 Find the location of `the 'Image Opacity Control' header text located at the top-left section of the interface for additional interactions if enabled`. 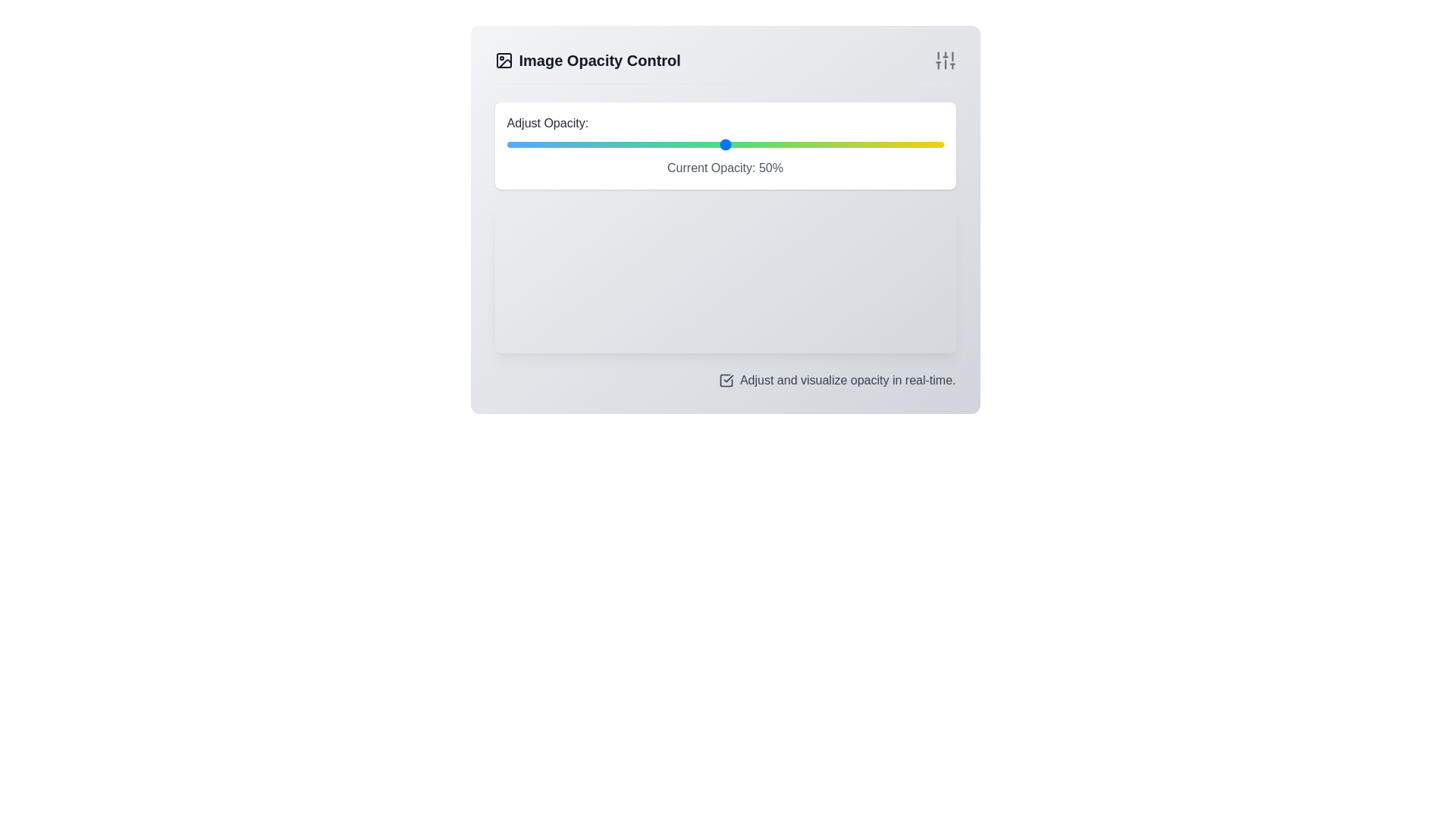

the 'Image Opacity Control' header text located at the top-left section of the interface for additional interactions if enabled is located at coordinates (587, 60).